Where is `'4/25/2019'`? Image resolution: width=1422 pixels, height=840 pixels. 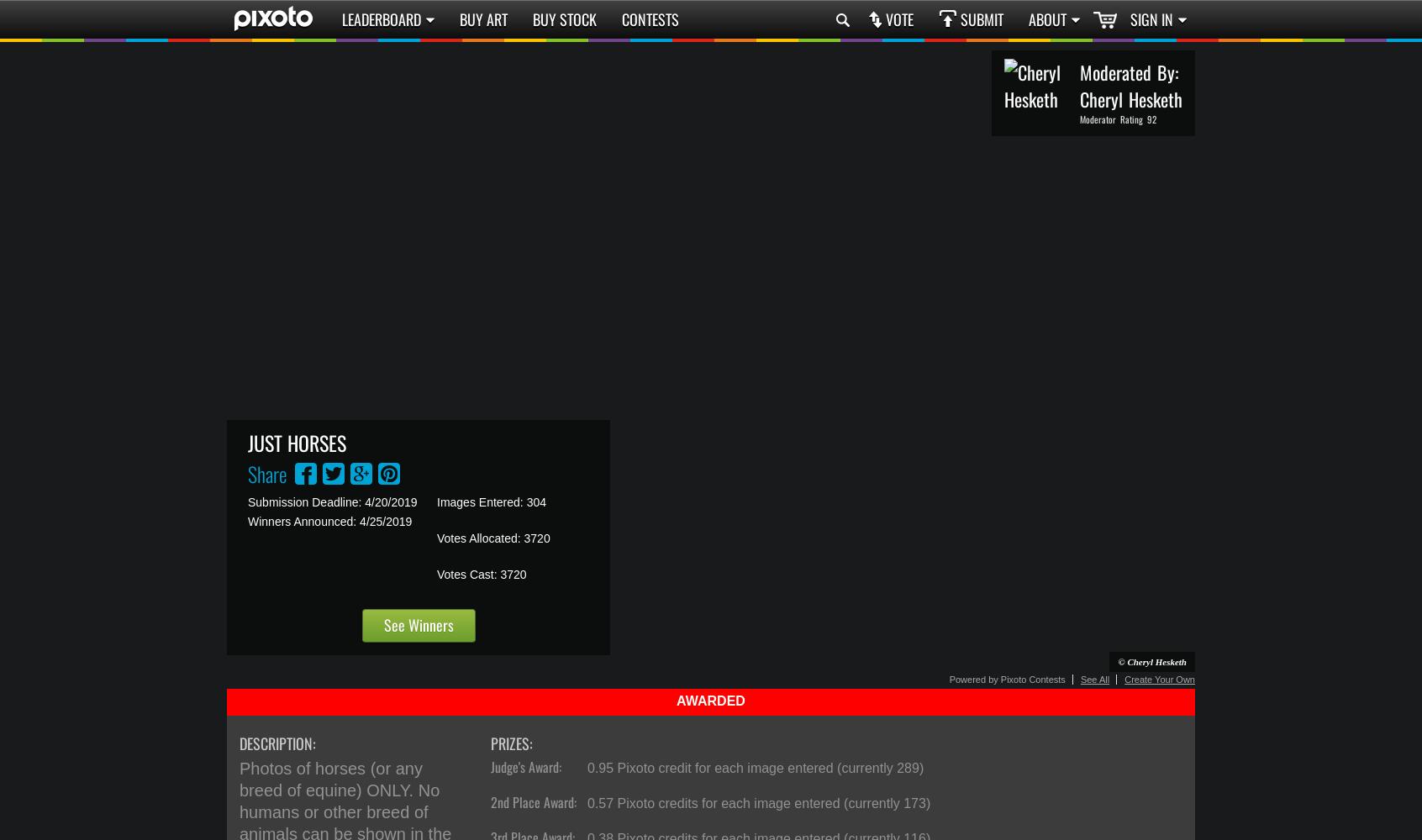 '4/25/2019' is located at coordinates (385, 521).